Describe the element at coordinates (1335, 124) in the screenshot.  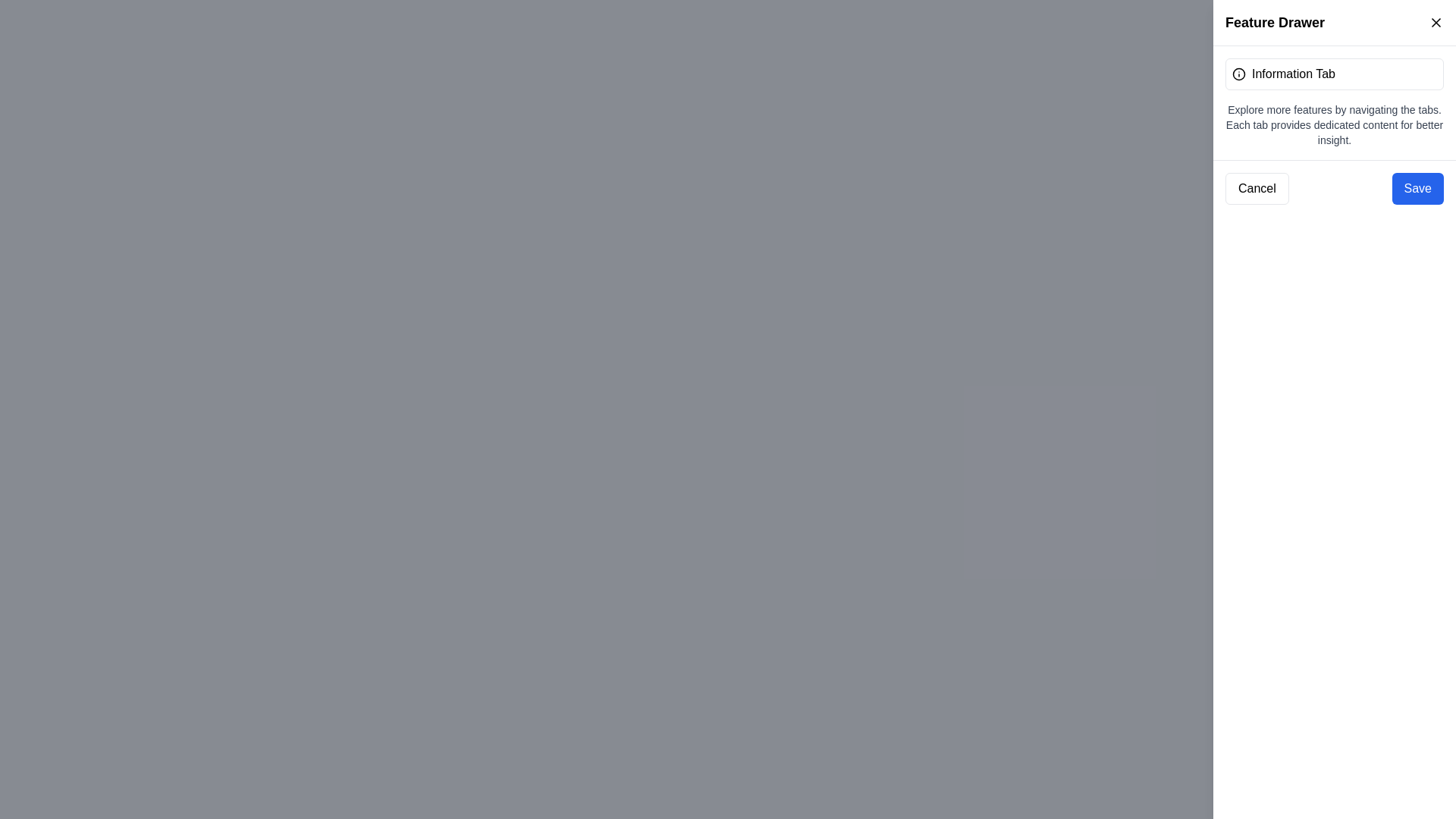
I see `static text styled in a small font size and gray color located below the 'Information Tab' label` at that location.